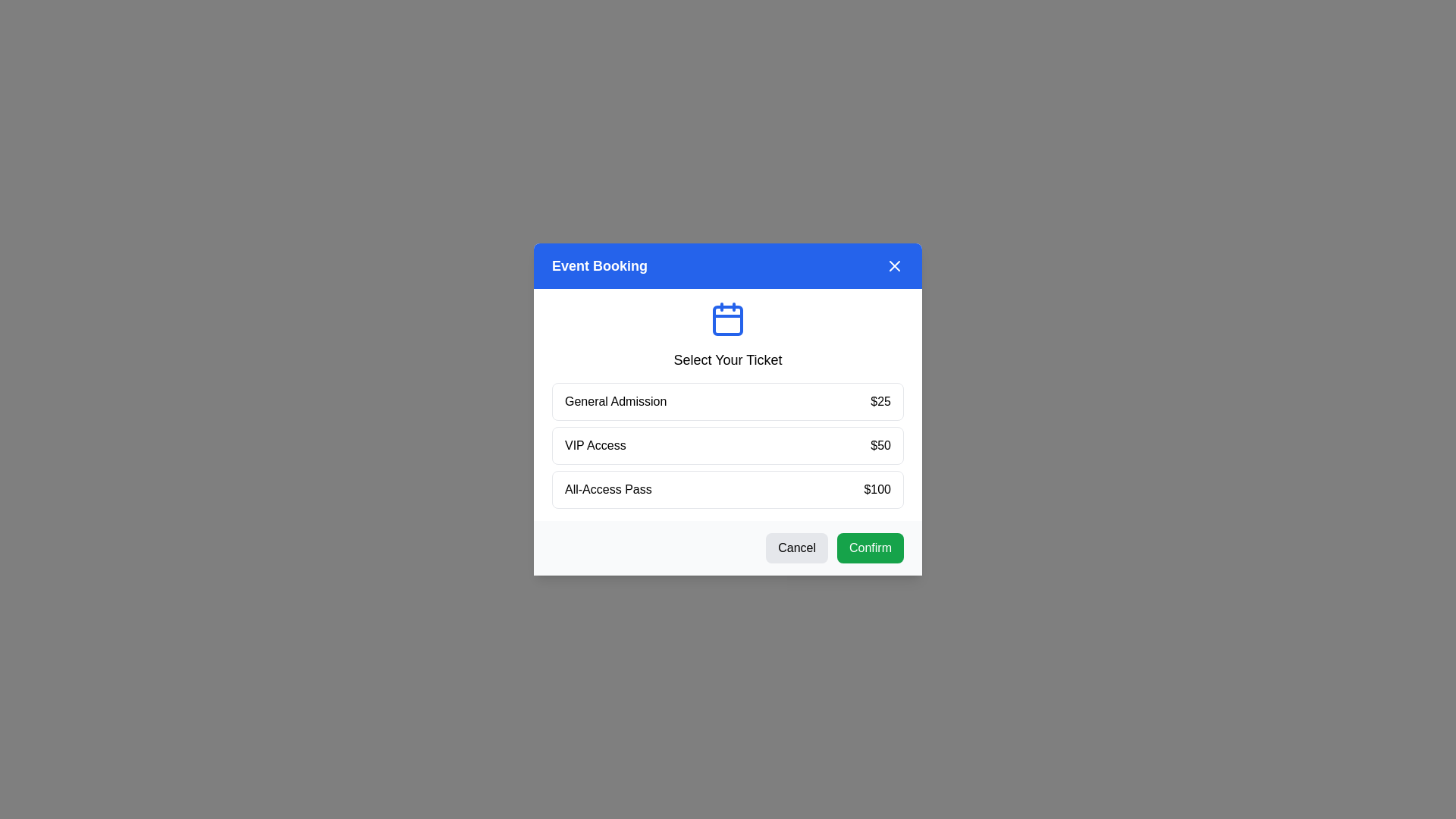  Describe the element at coordinates (728, 318) in the screenshot. I see `the date selection icon located centrally under the title 'Event Booking' and directly above the text 'Select Your Ticket'` at that location.